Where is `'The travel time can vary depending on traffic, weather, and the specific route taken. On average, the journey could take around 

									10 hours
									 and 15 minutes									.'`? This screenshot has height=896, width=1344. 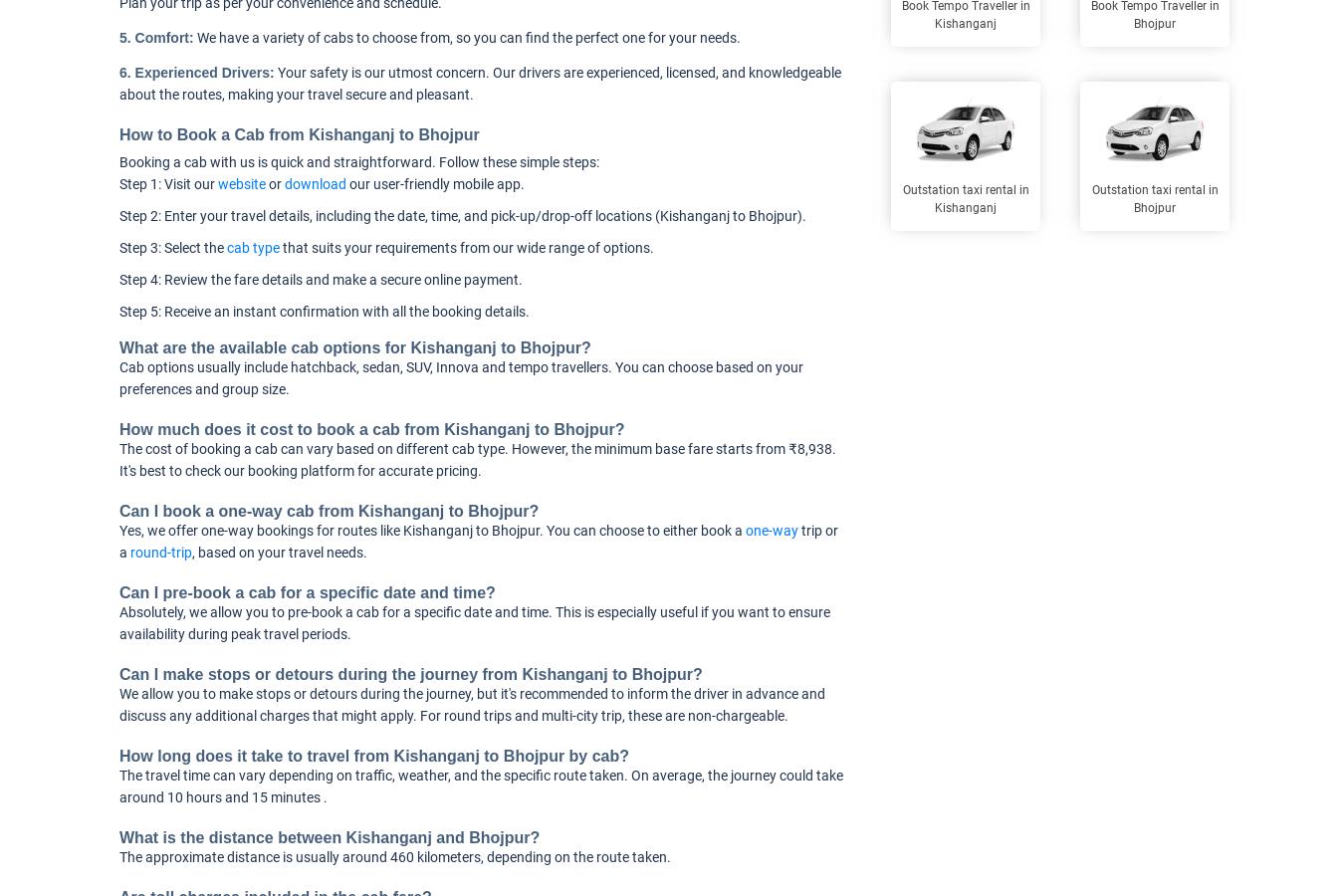 'The travel time can vary depending on traffic, weather, and the specific route taken. On average, the journey could take around 

									10 hours
									 and 15 minutes									.' is located at coordinates (119, 786).